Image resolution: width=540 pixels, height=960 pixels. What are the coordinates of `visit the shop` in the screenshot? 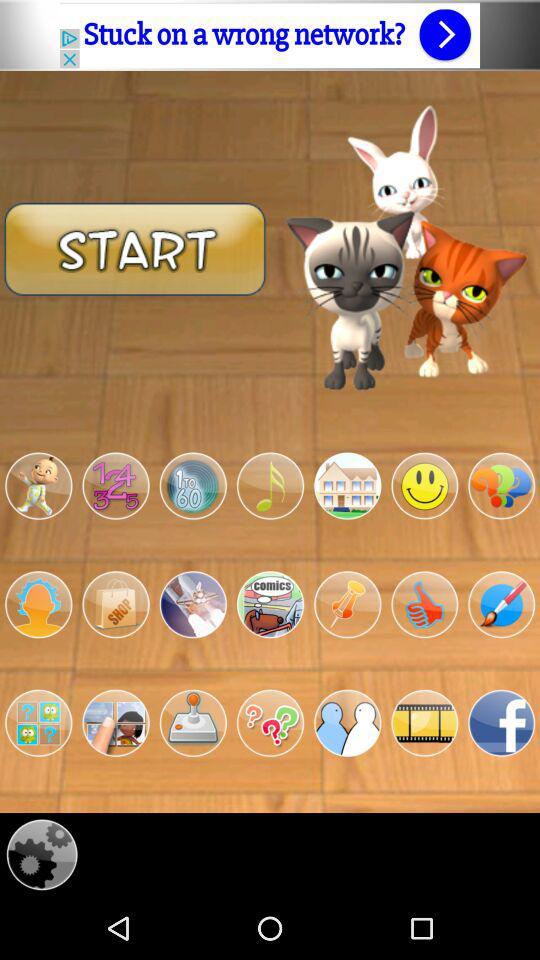 It's located at (115, 603).